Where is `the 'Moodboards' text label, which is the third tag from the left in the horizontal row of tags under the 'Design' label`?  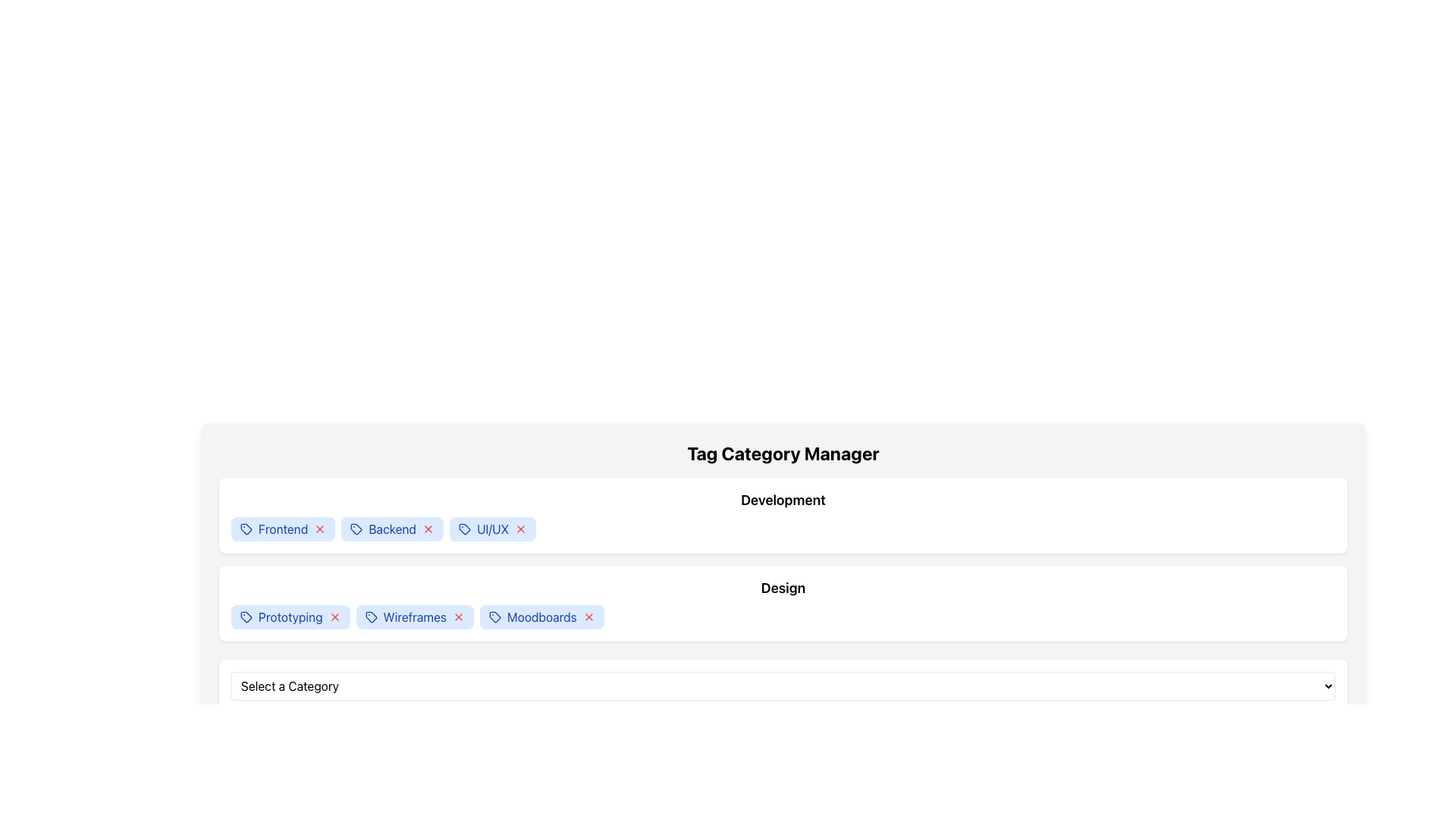
the 'Moodboards' text label, which is the third tag from the left in the horizontal row of tags under the 'Design' label is located at coordinates (541, 617).